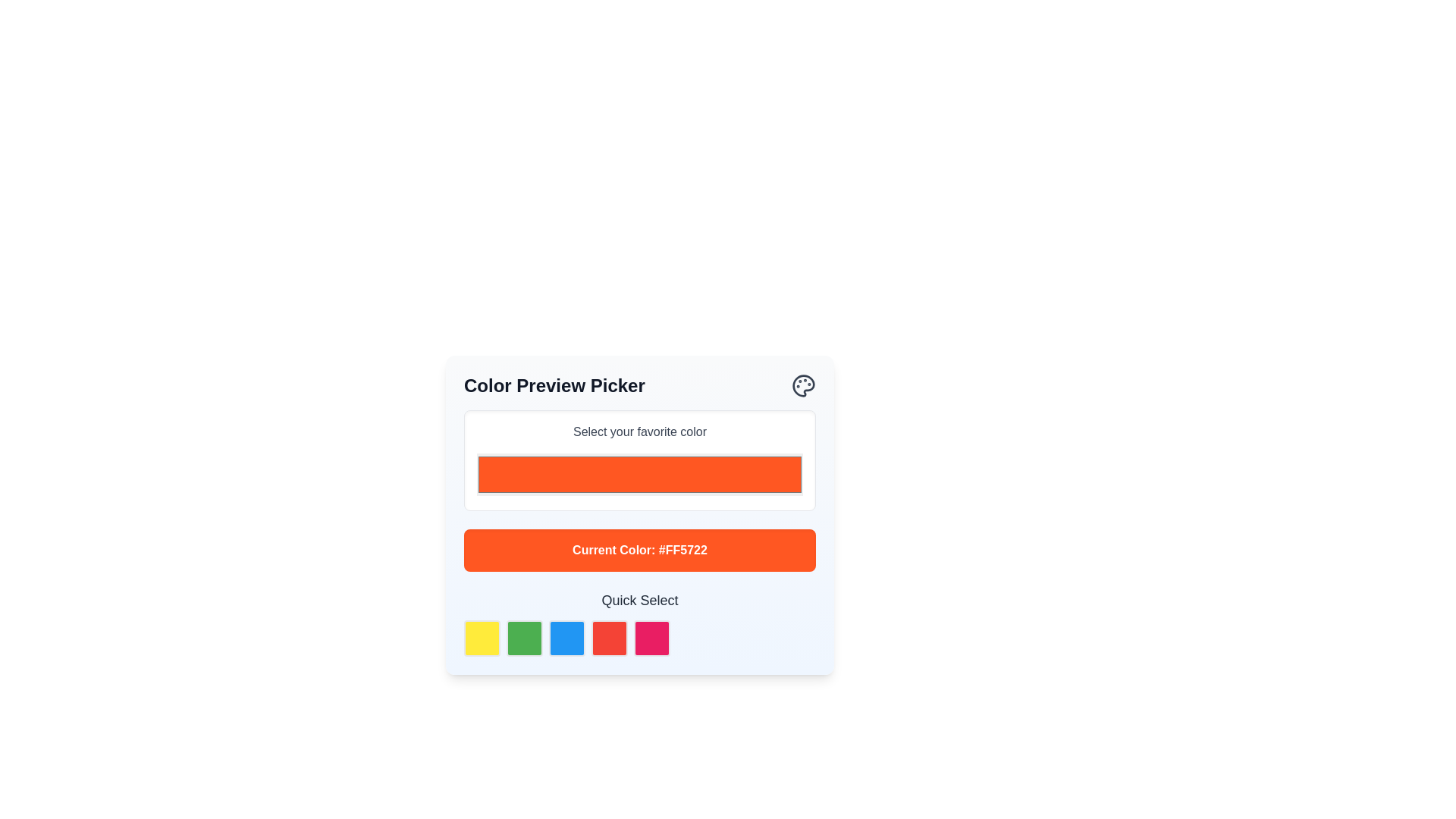  Describe the element at coordinates (651, 638) in the screenshot. I see `the fifth square button in the 'Quick Select' row` at that location.